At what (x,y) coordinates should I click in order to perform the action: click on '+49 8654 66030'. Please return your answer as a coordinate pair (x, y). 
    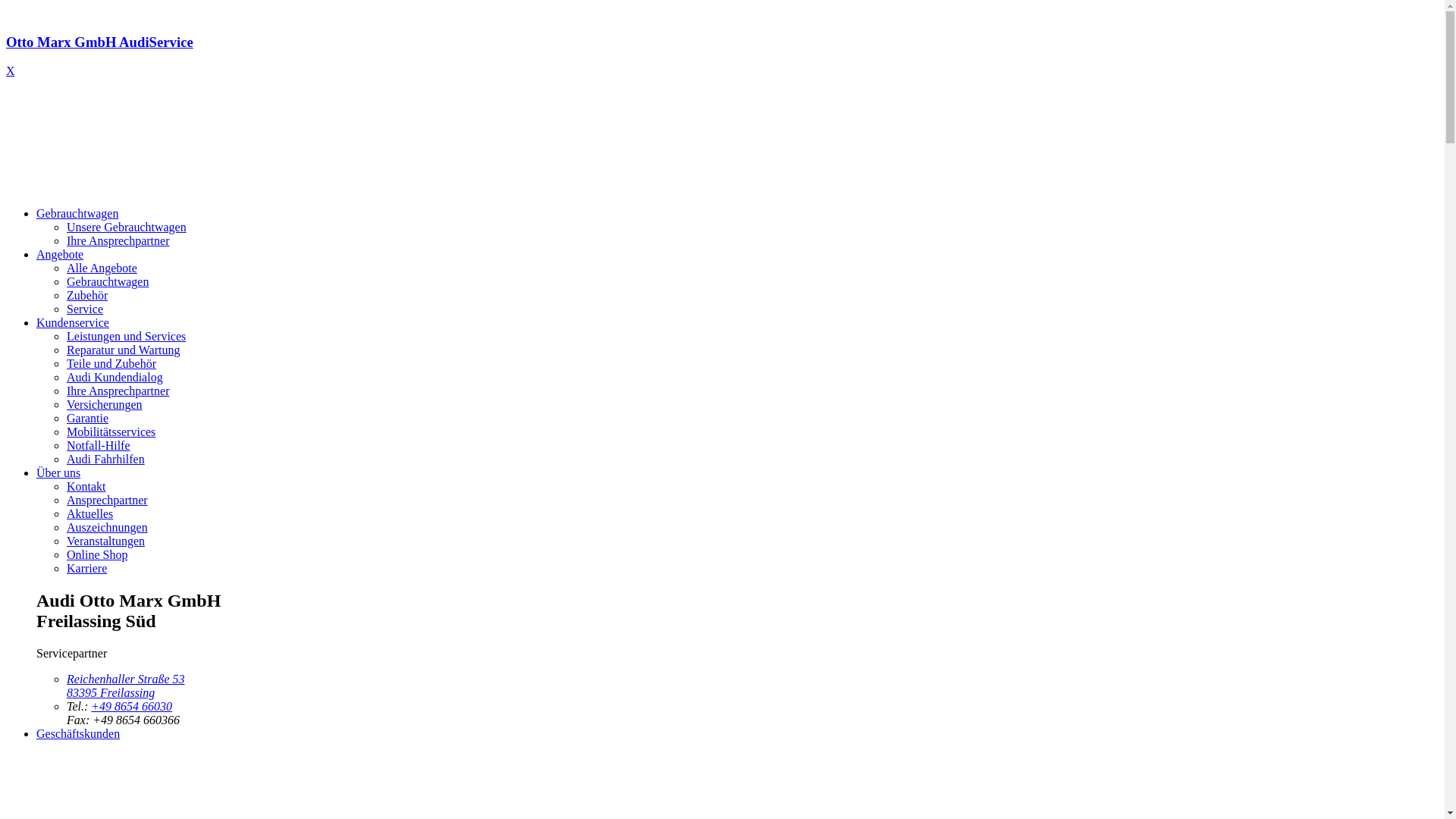
    Looking at the image, I should click on (131, 706).